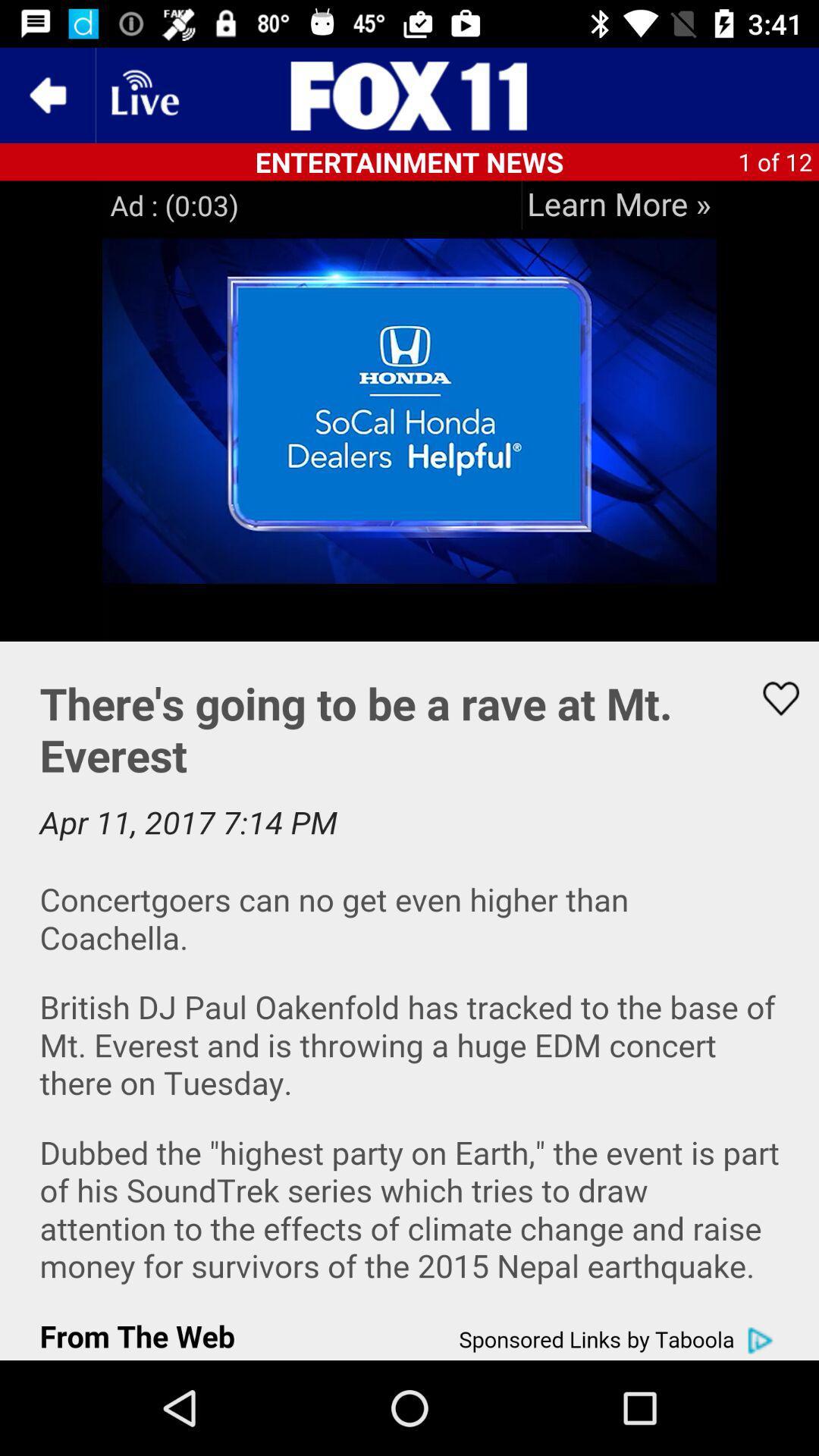 The width and height of the screenshot is (819, 1456). What do you see at coordinates (619, 204) in the screenshot?
I see `it is clickable` at bounding box center [619, 204].